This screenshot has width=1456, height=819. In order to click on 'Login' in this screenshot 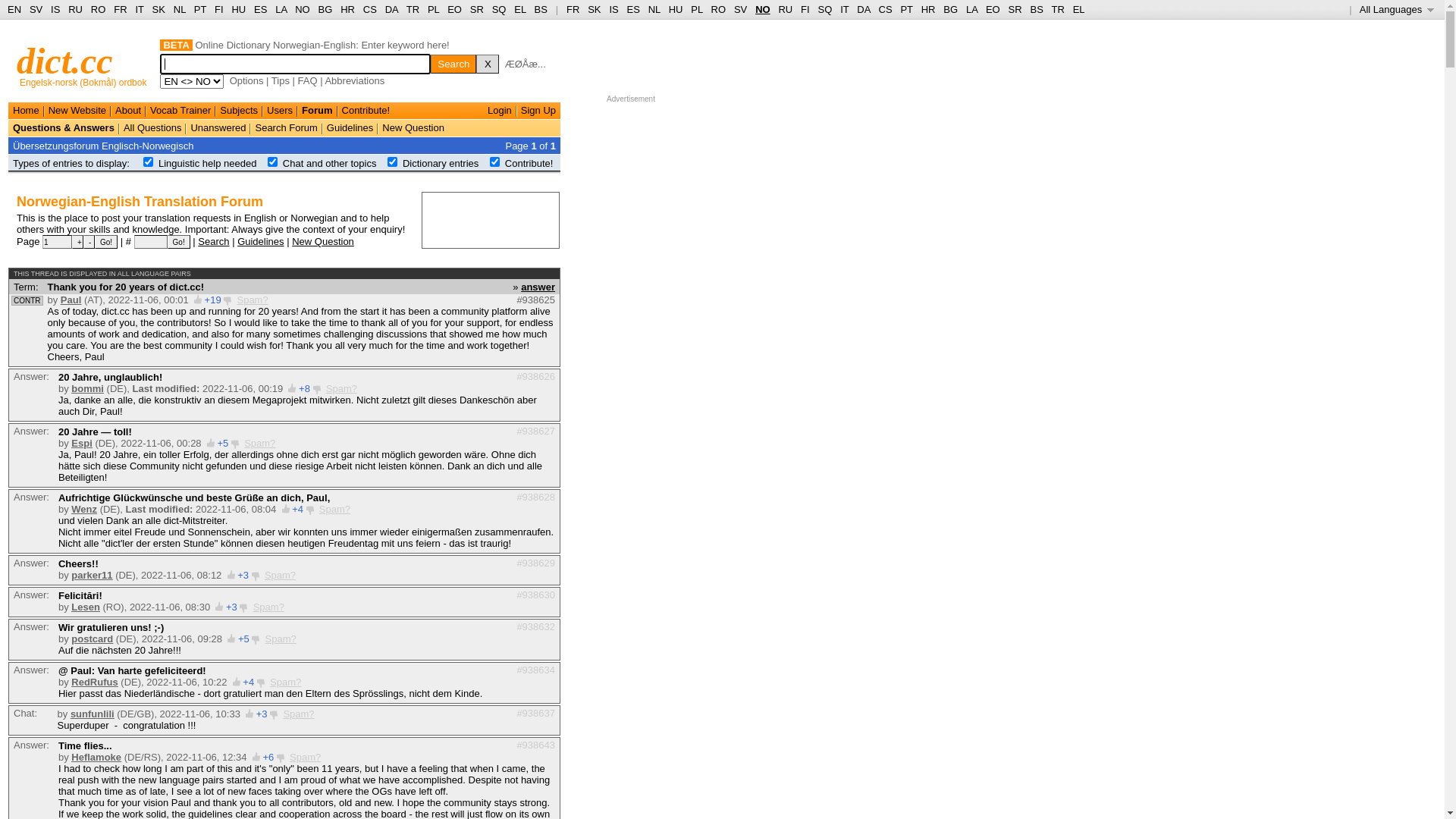, I will do `click(499, 109)`.